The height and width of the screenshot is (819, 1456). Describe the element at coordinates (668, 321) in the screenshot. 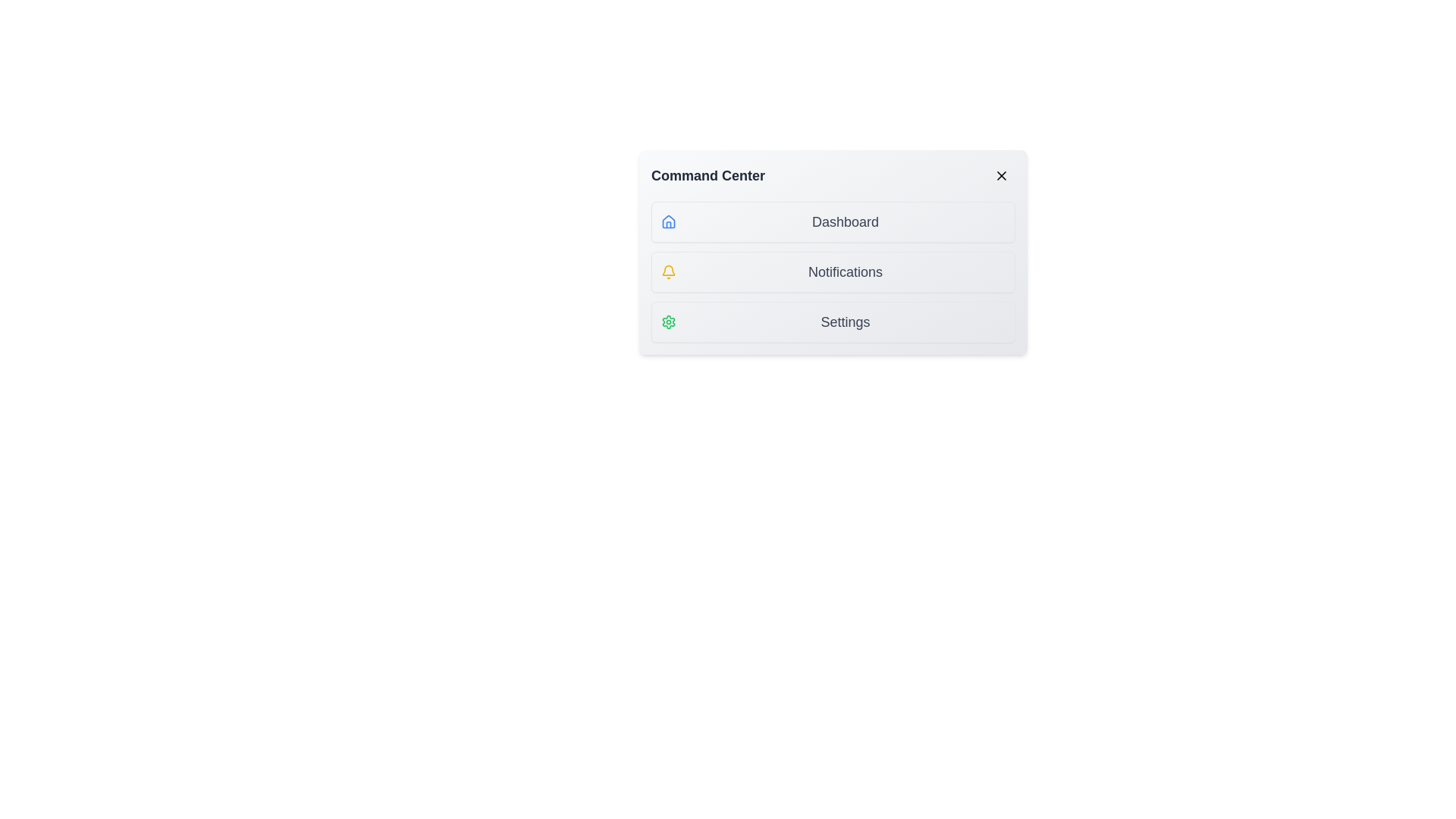

I see `the SVG settings icon located in the 'Settings' row of the menu panel at the bottom of the list, below the 'Dashboard' and 'Notifications' rows` at that location.